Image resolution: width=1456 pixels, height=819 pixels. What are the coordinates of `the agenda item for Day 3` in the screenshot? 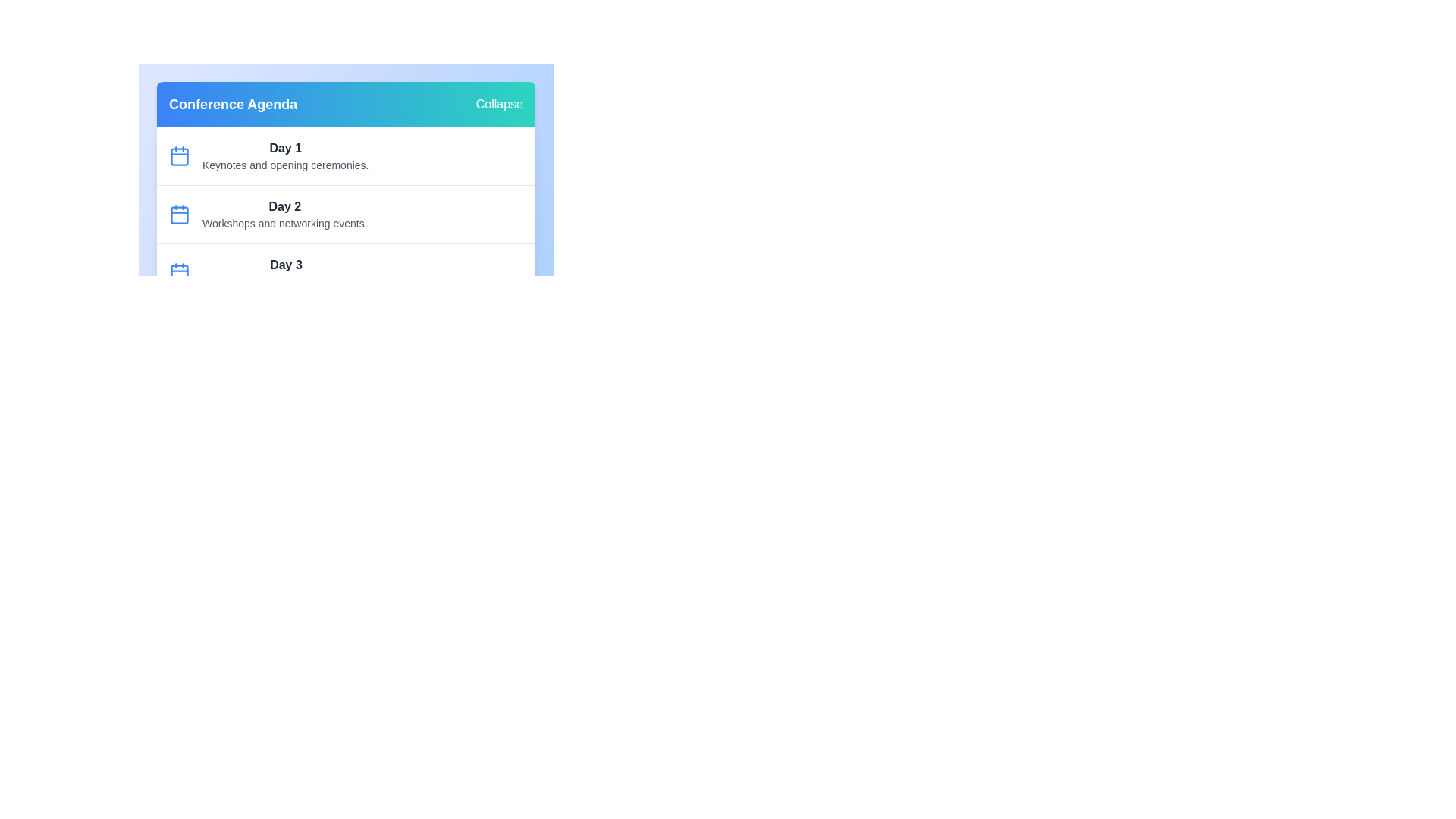 It's located at (345, 271).